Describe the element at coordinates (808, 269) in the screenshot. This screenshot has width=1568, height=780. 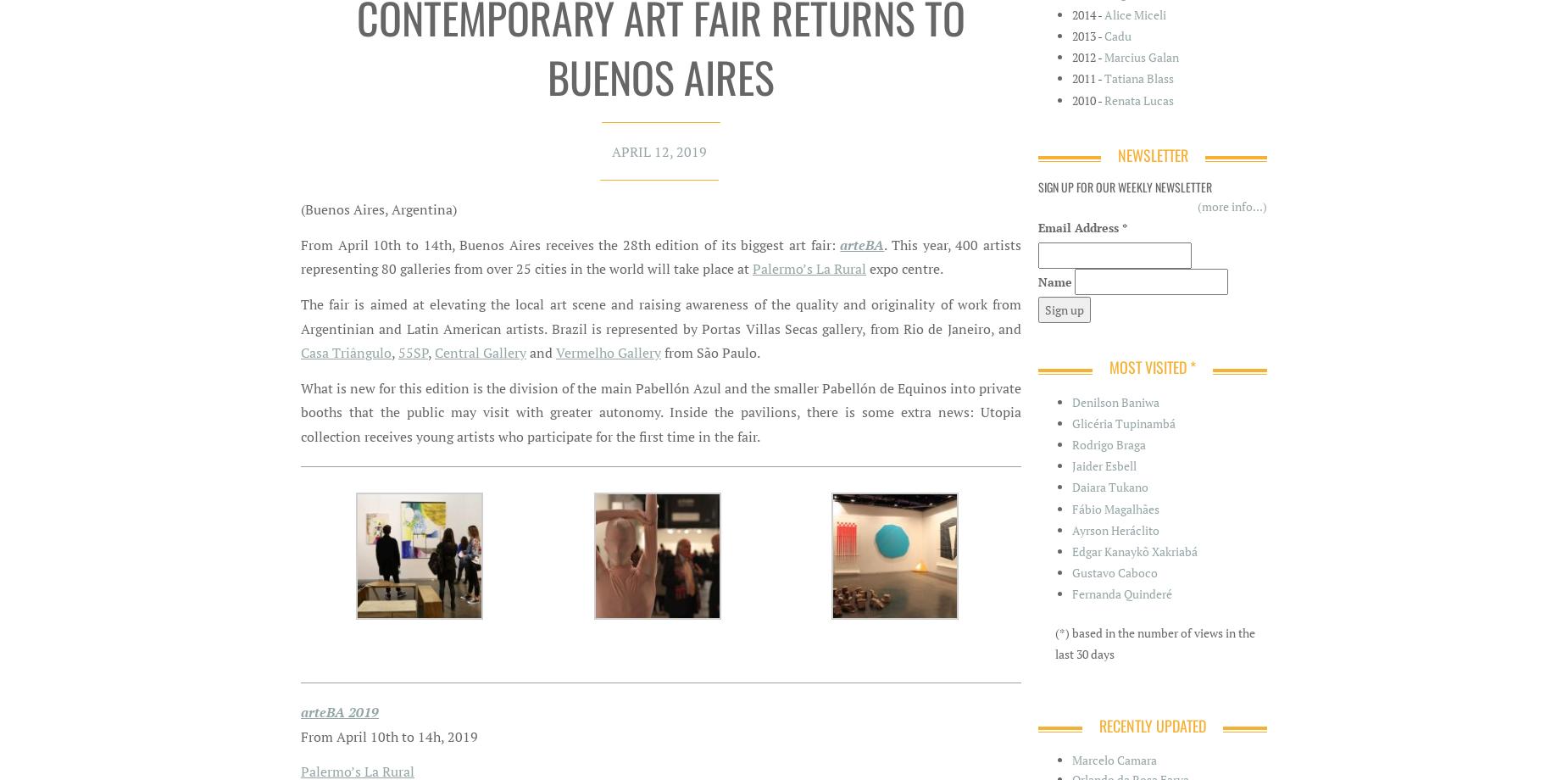
I see `'Palermo’s La Rural'` at that location.